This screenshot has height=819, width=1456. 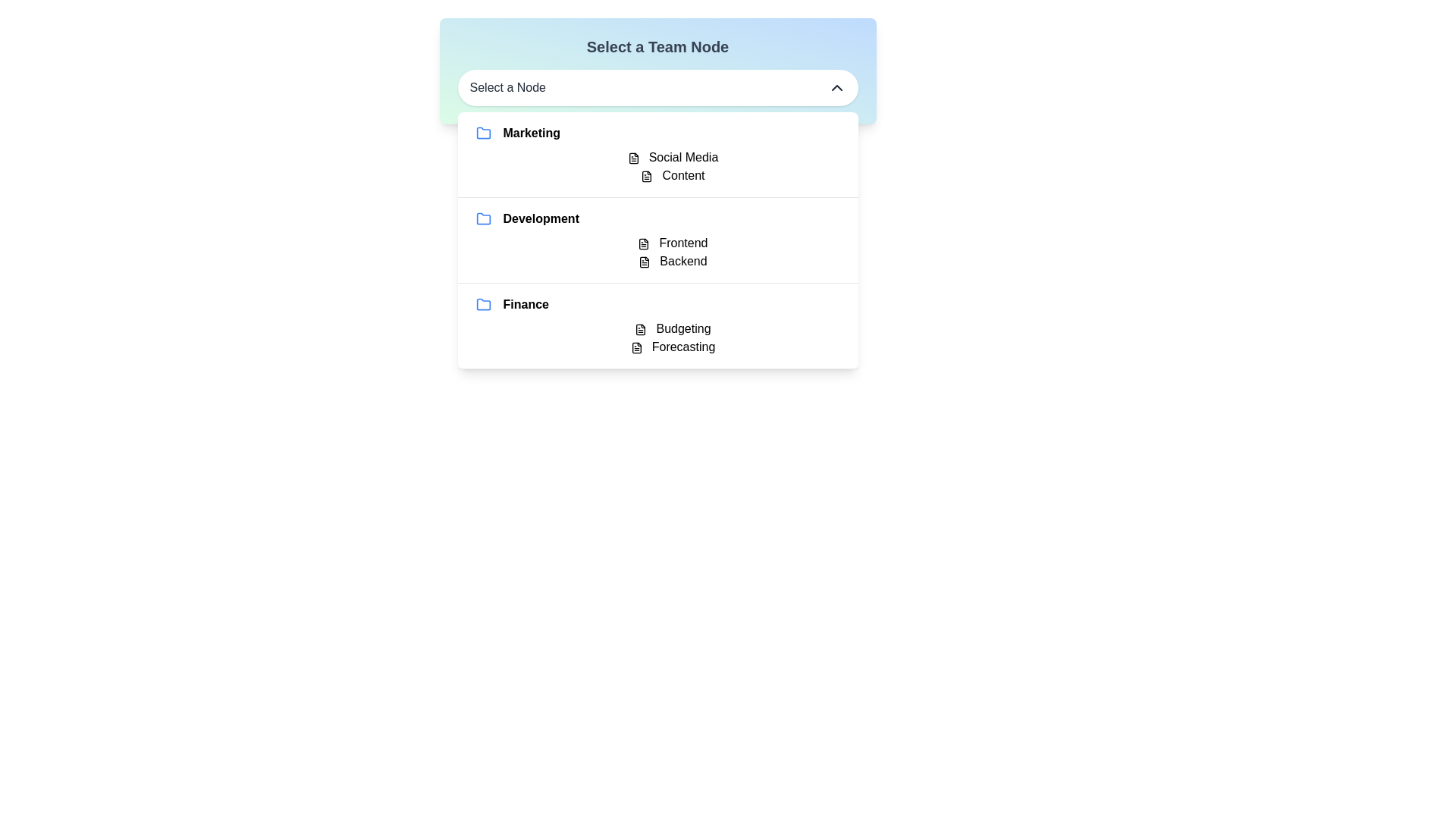 What do you see at coordinates (672, 242) in the screenshot?
I see `the selectable text label displaying 'Frontend' with an icon` at bounding box center [672, 242].